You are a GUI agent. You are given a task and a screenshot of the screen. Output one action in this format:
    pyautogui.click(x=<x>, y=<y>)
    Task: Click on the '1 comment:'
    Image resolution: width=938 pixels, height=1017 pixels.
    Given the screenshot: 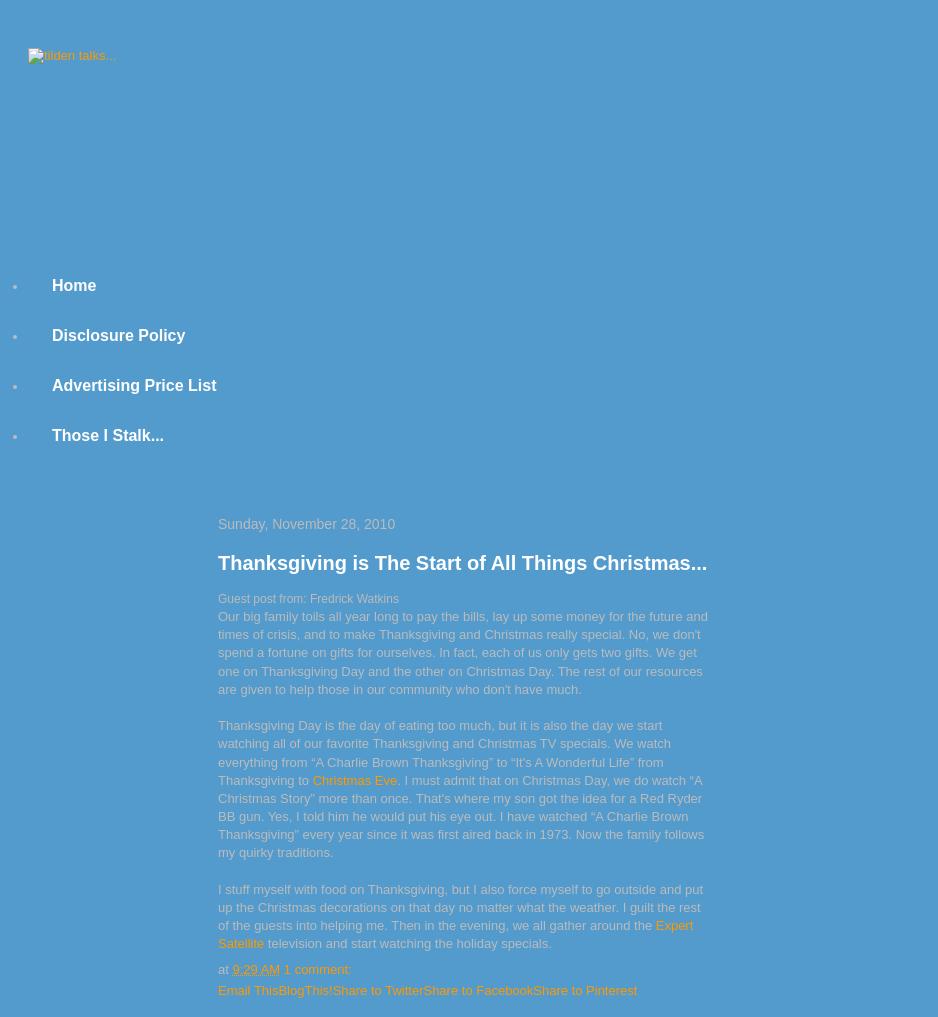 What is the action you would take?
    pyautogui.click(x=316, y=969)
    